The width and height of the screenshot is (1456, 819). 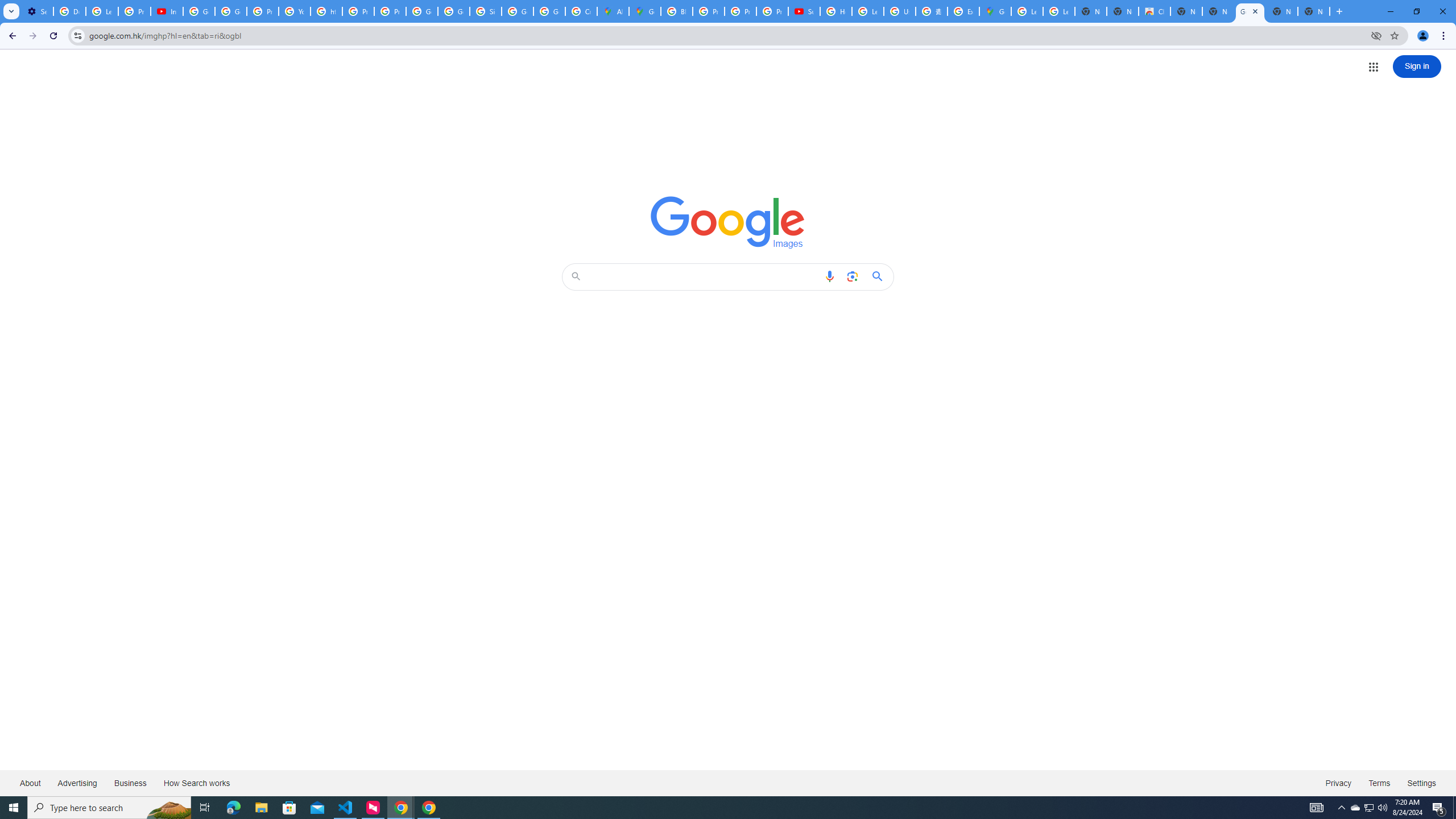 I want to click on 'Learn how to find your photos - Google Photos Help', so click(x=102, y=11).